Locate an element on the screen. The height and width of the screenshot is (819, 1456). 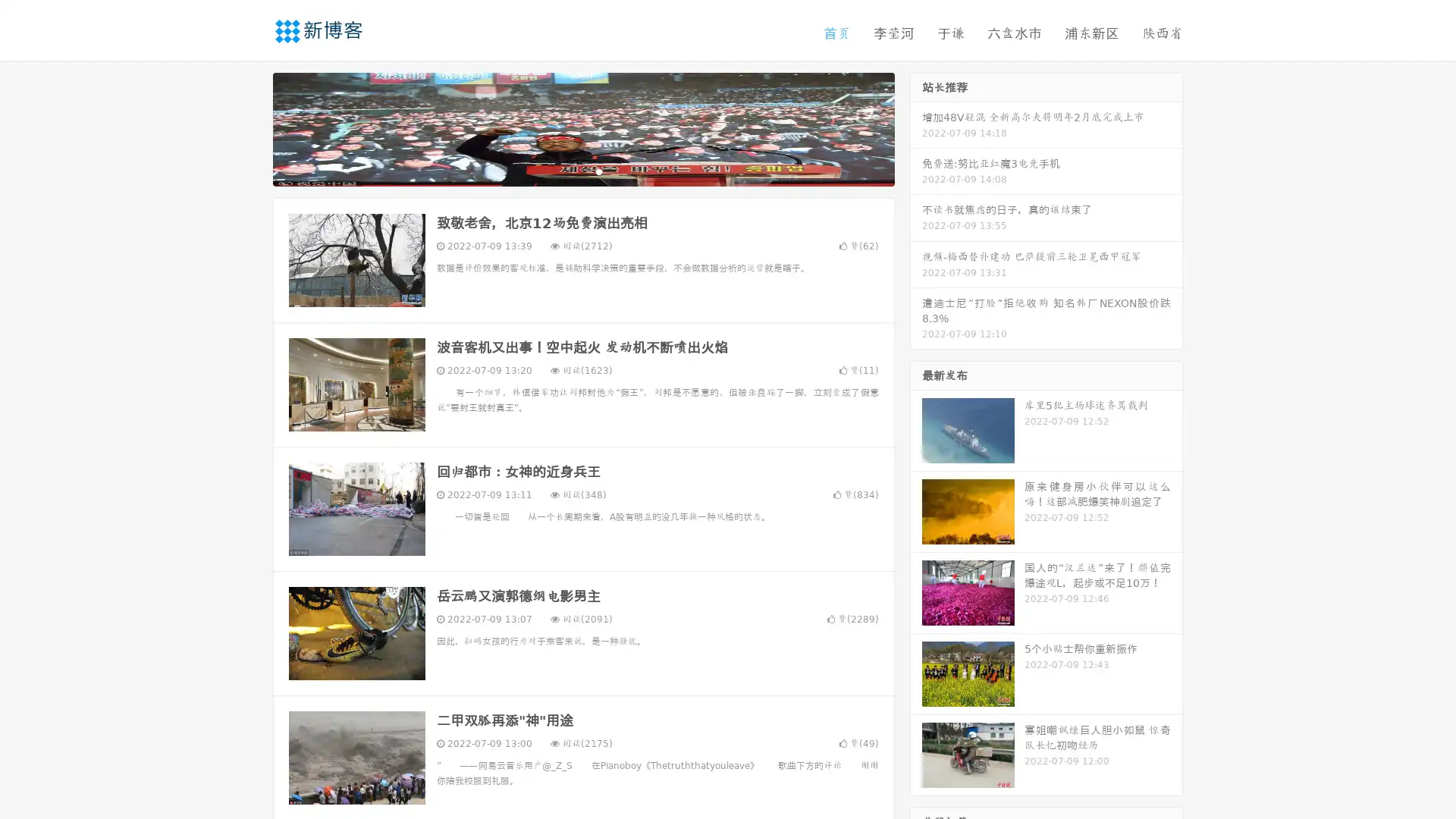
Go to slide 2 is located at coordinates (582, 171).